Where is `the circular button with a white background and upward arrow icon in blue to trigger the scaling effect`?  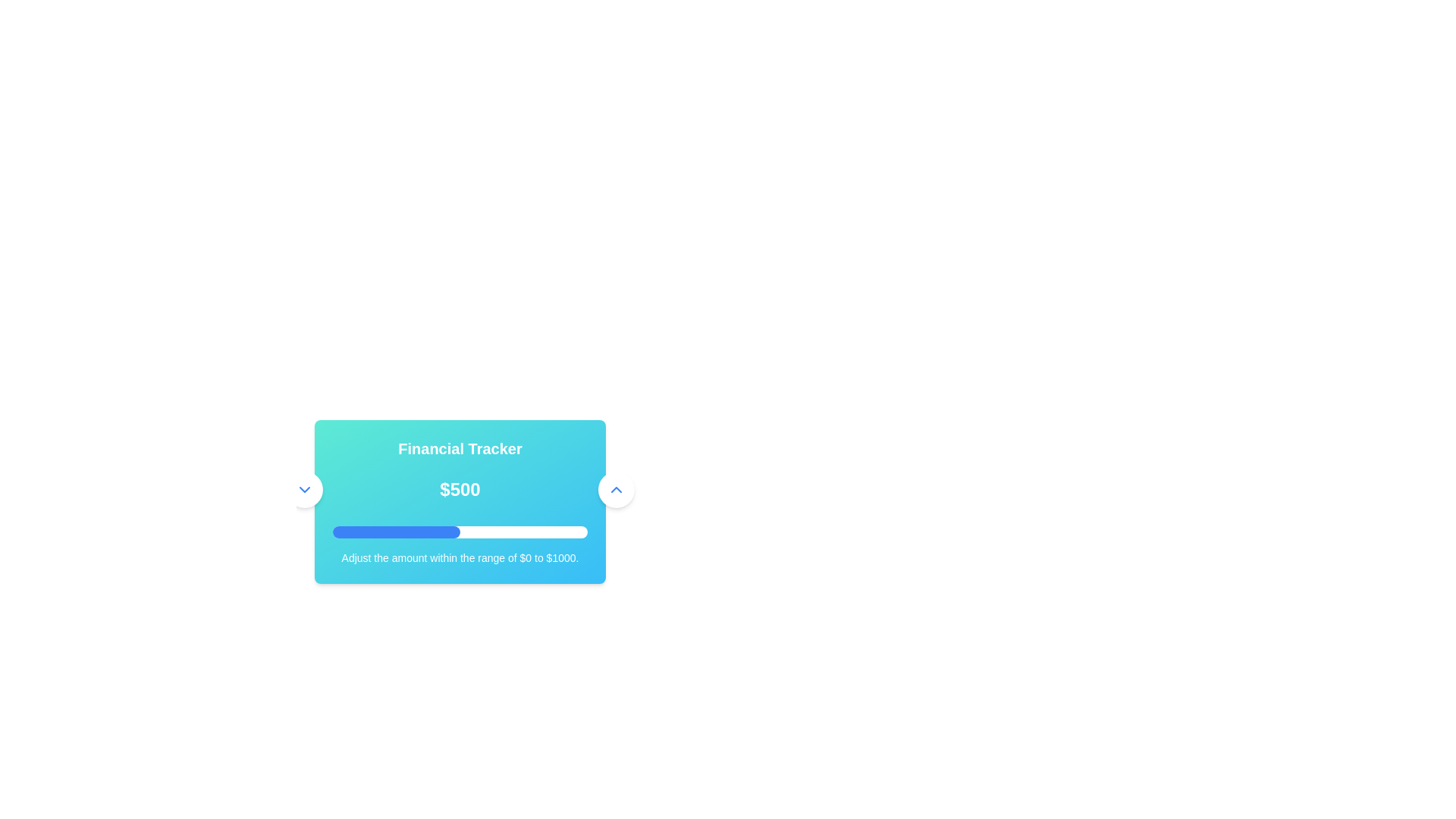
the circular button with a white background and upward arrow icon in blue to trigger the scaling effect is located at coordinates (616, 489).